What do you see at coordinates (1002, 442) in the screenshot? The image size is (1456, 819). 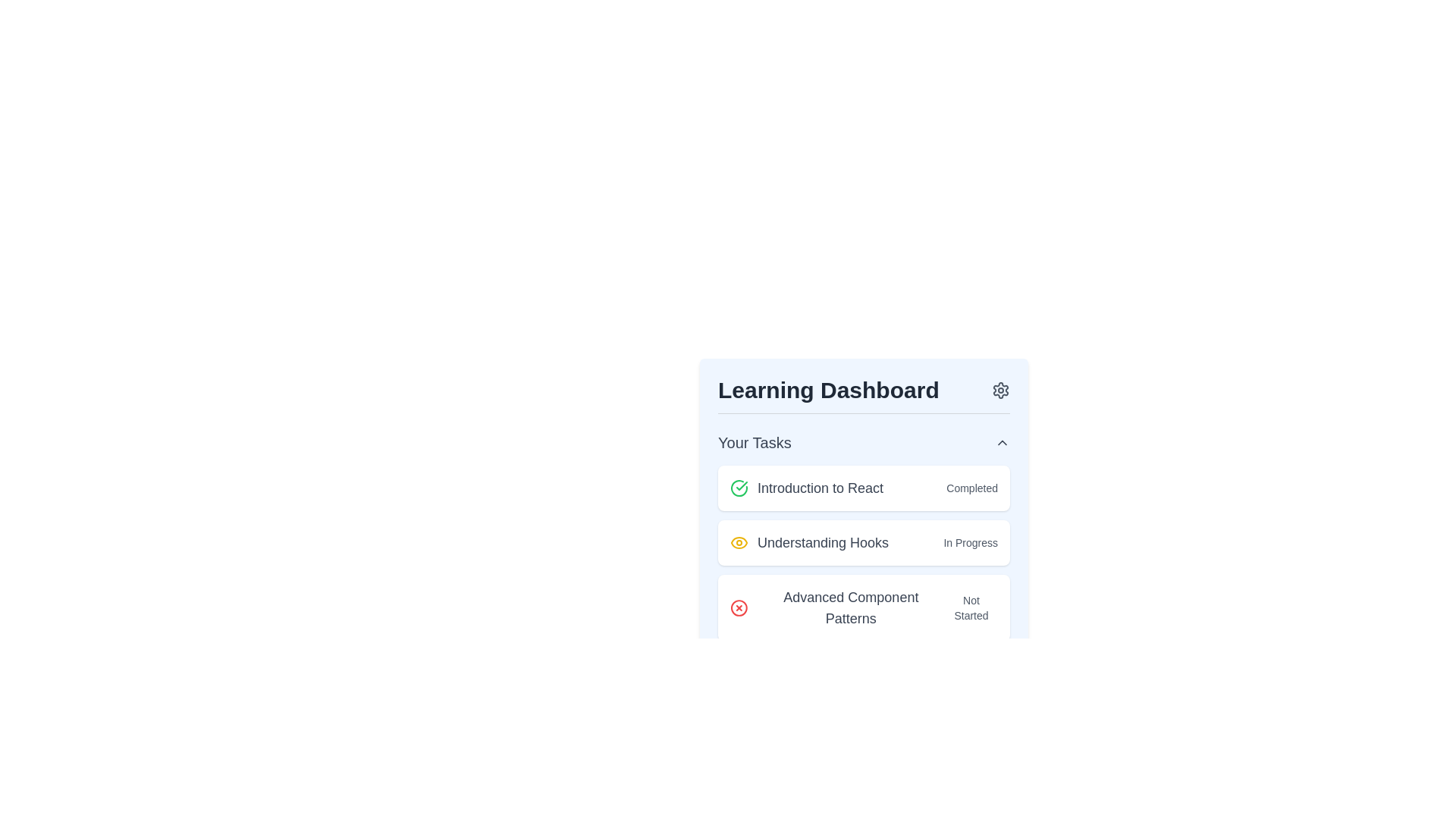 I see `the chevron-up SVG icon located to the right of the 'Your Tasks' text in the header section` at bounding box center [1002, 442].